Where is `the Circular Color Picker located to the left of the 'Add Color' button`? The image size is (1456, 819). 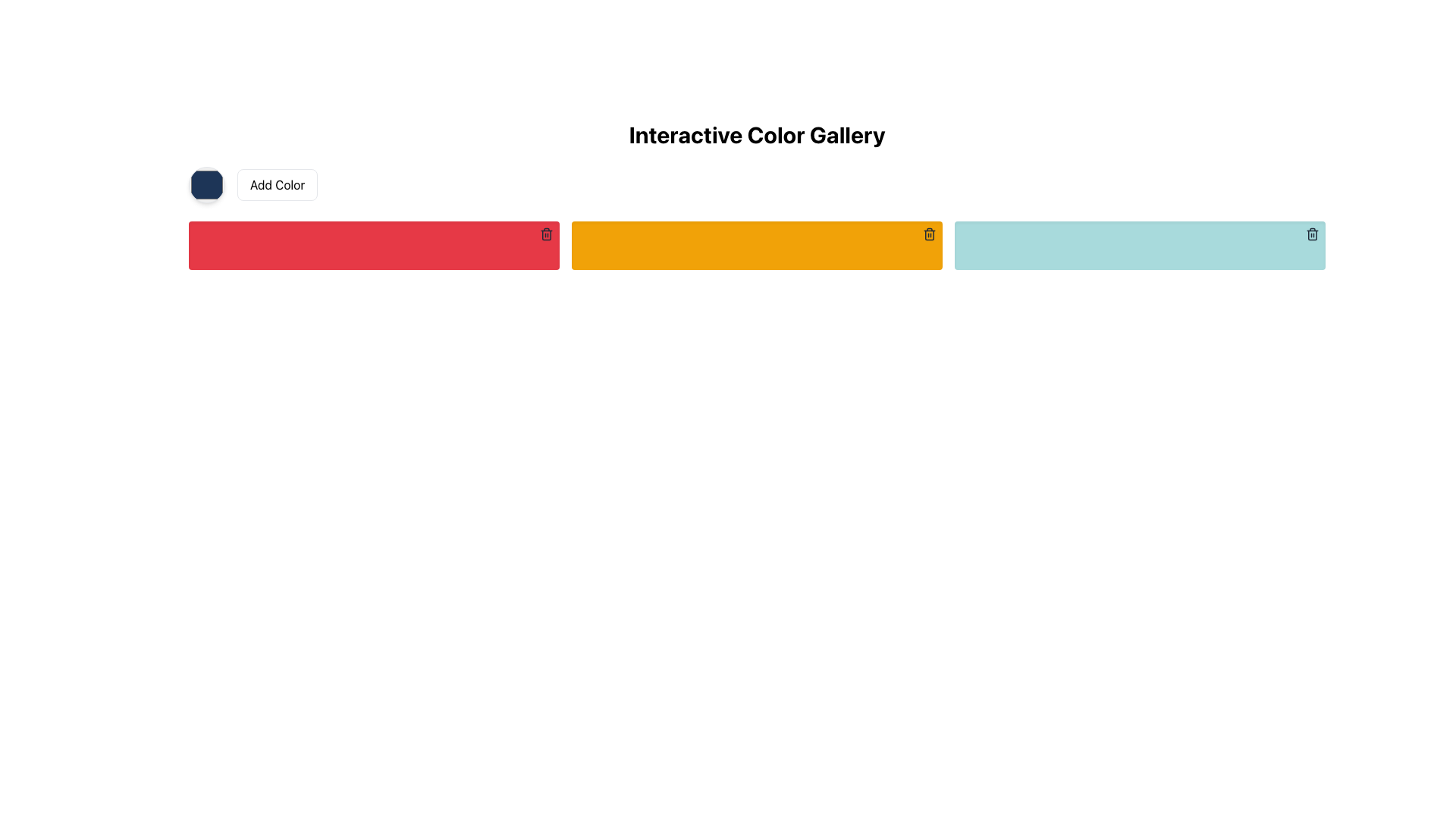 the Circular Color Picker located to the left of the 'Add Color' button is located at coordinates (206, 184).